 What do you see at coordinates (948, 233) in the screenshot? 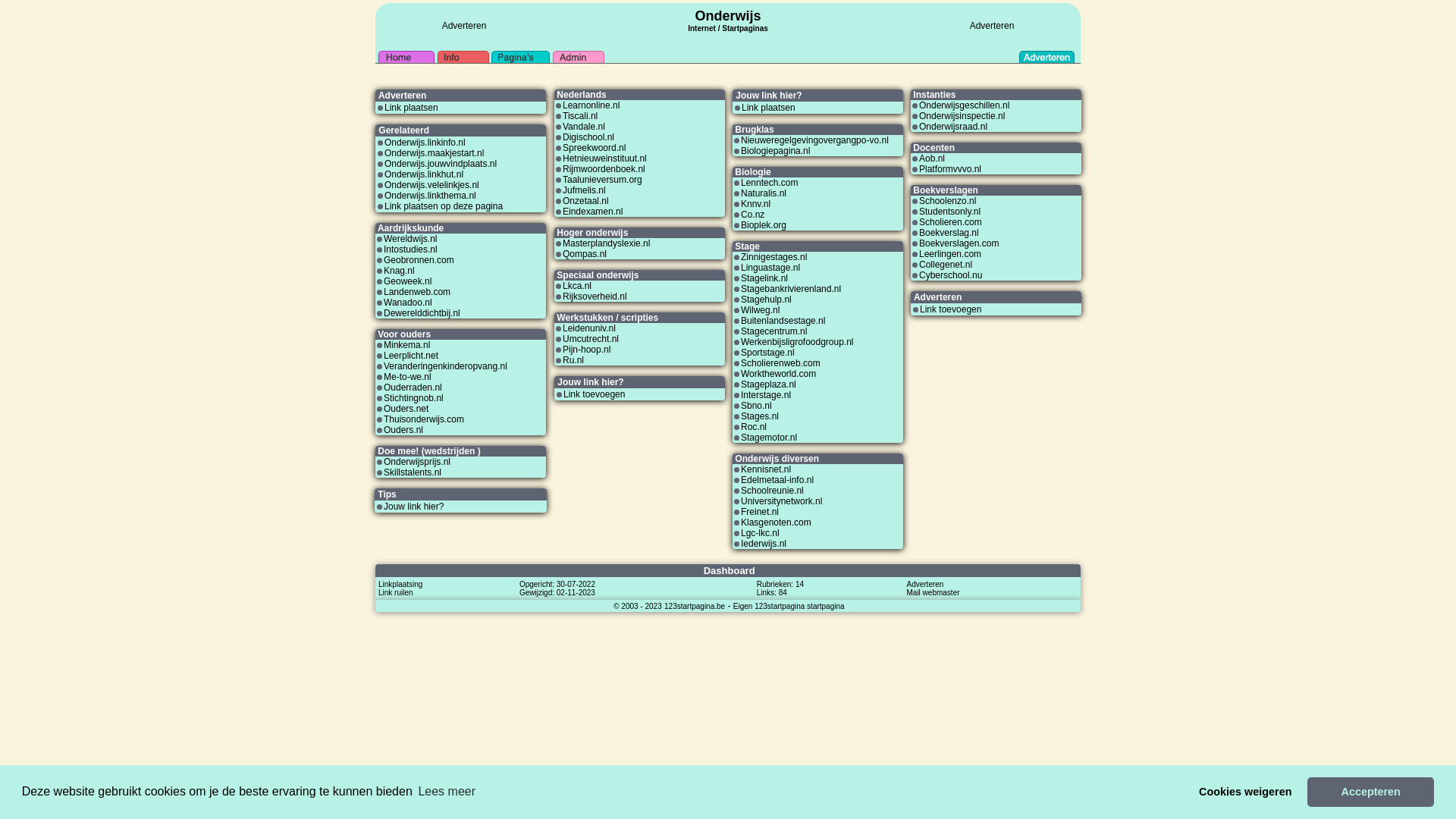
I see `'Boekverslag.nl'` at bounding box center [948, 233].